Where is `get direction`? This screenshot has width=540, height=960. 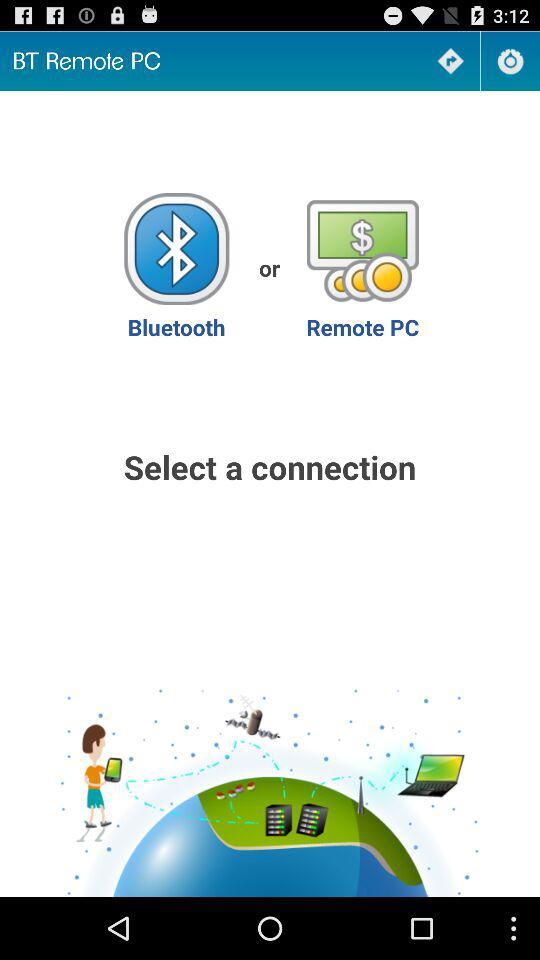
get direction is located at coordinates (450, 61).